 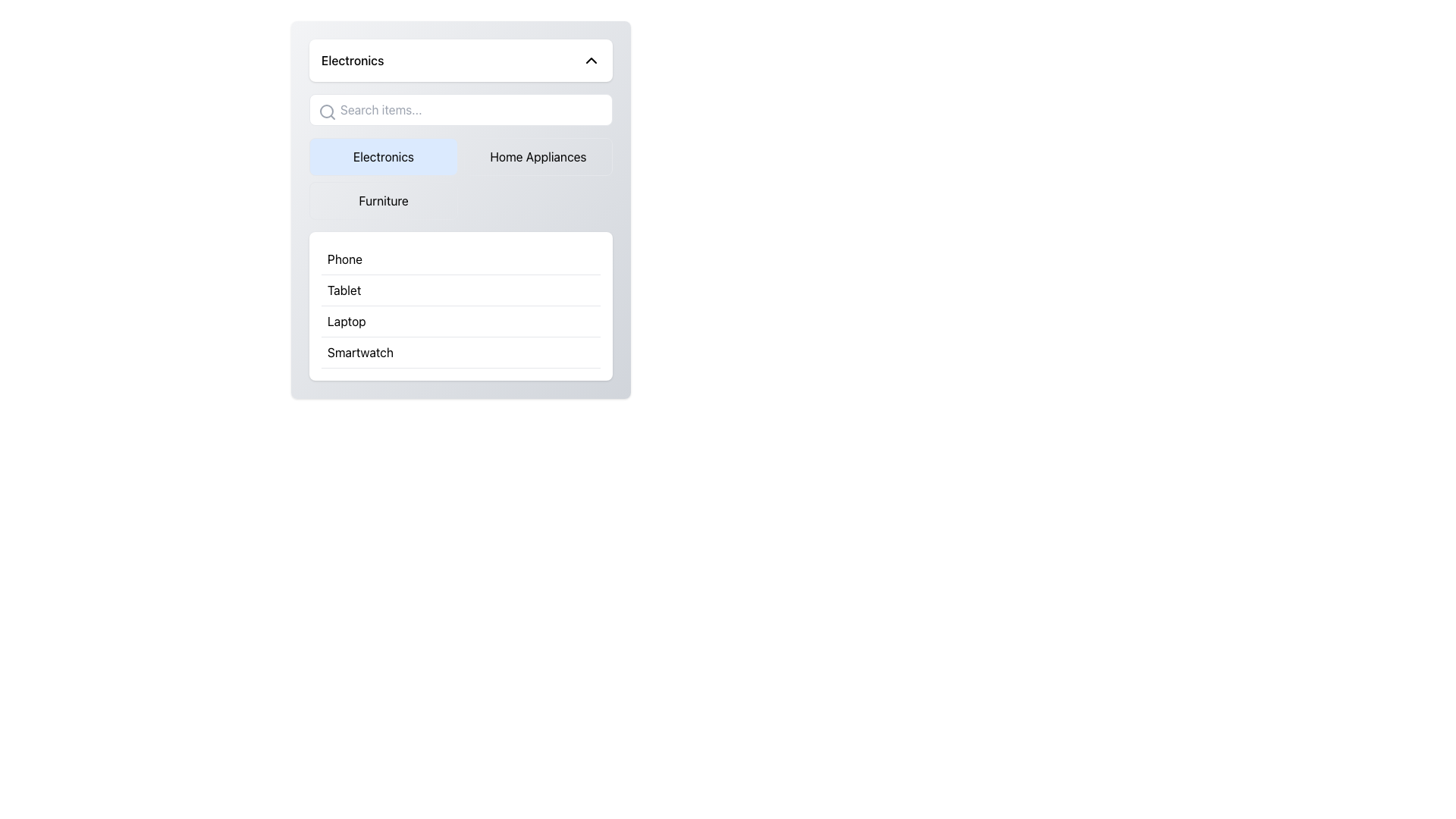 What do you see at coordinates (344, 259) in the screenshot?
I see `the first selectable item in the 'Electronics' dropdown list` at bounding box center [344, 259].